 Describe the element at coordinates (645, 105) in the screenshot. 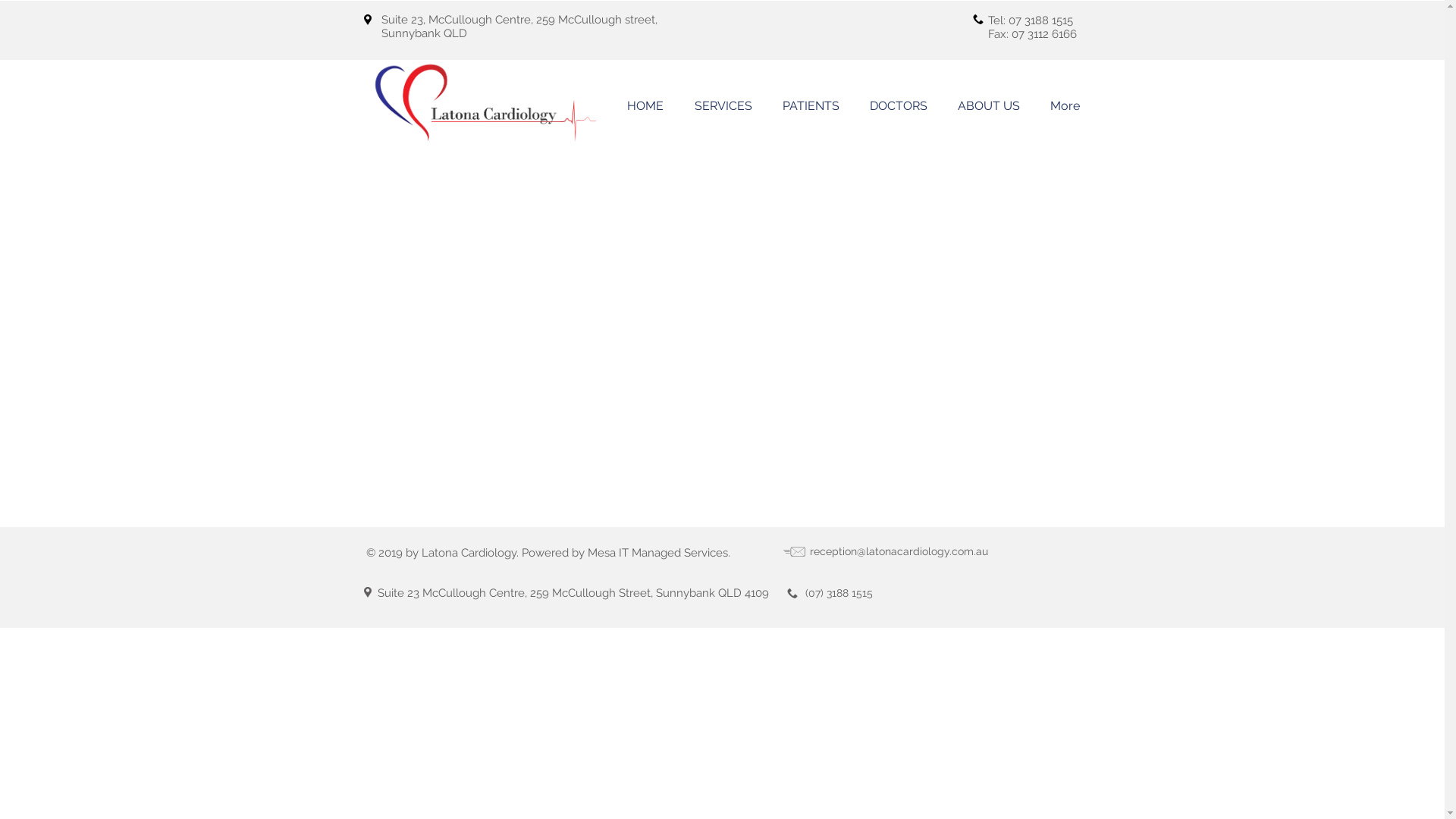

I see `'HOME'` at that location.